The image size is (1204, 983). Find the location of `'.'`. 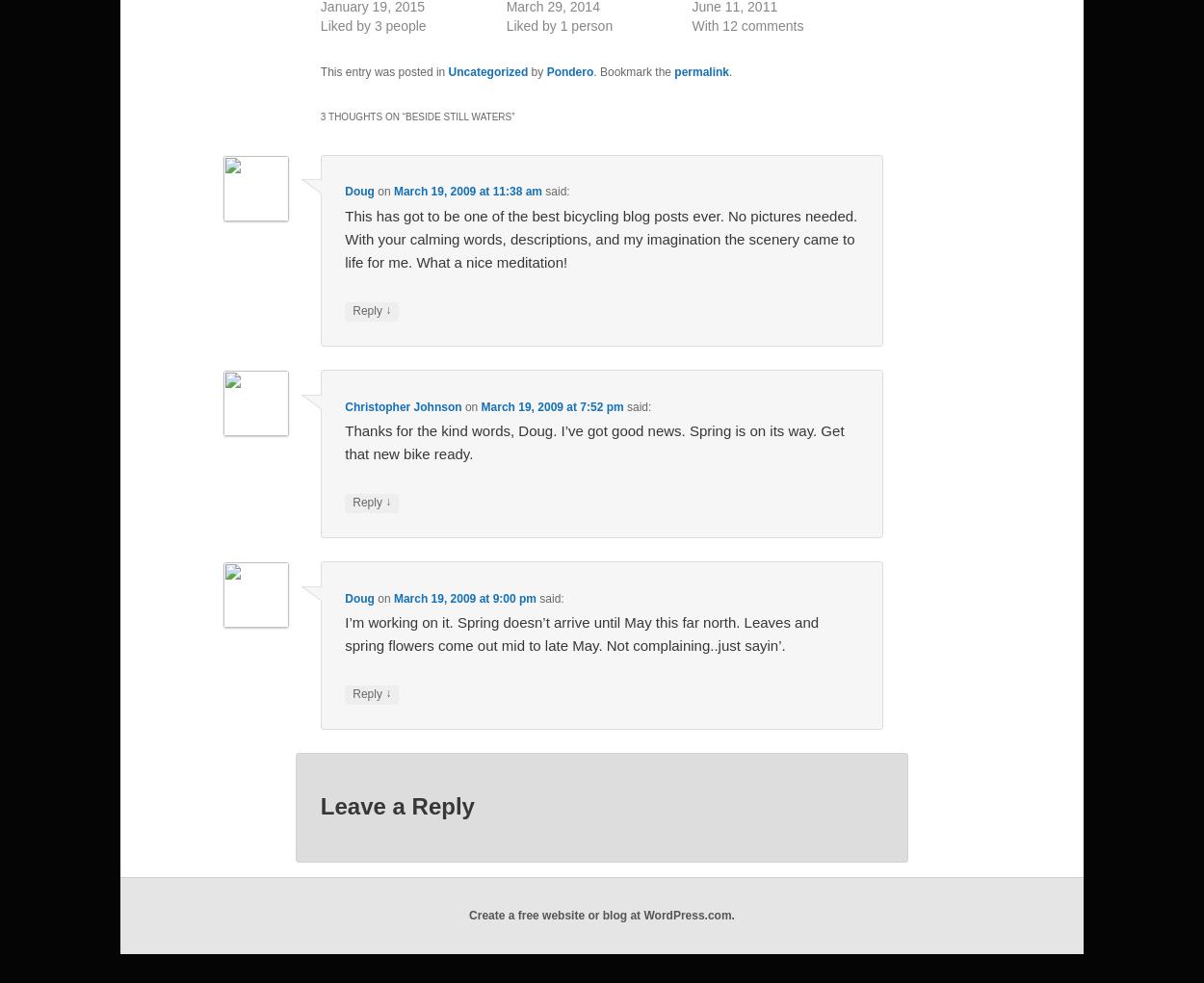

'.' is located at coordinates (730, 72).